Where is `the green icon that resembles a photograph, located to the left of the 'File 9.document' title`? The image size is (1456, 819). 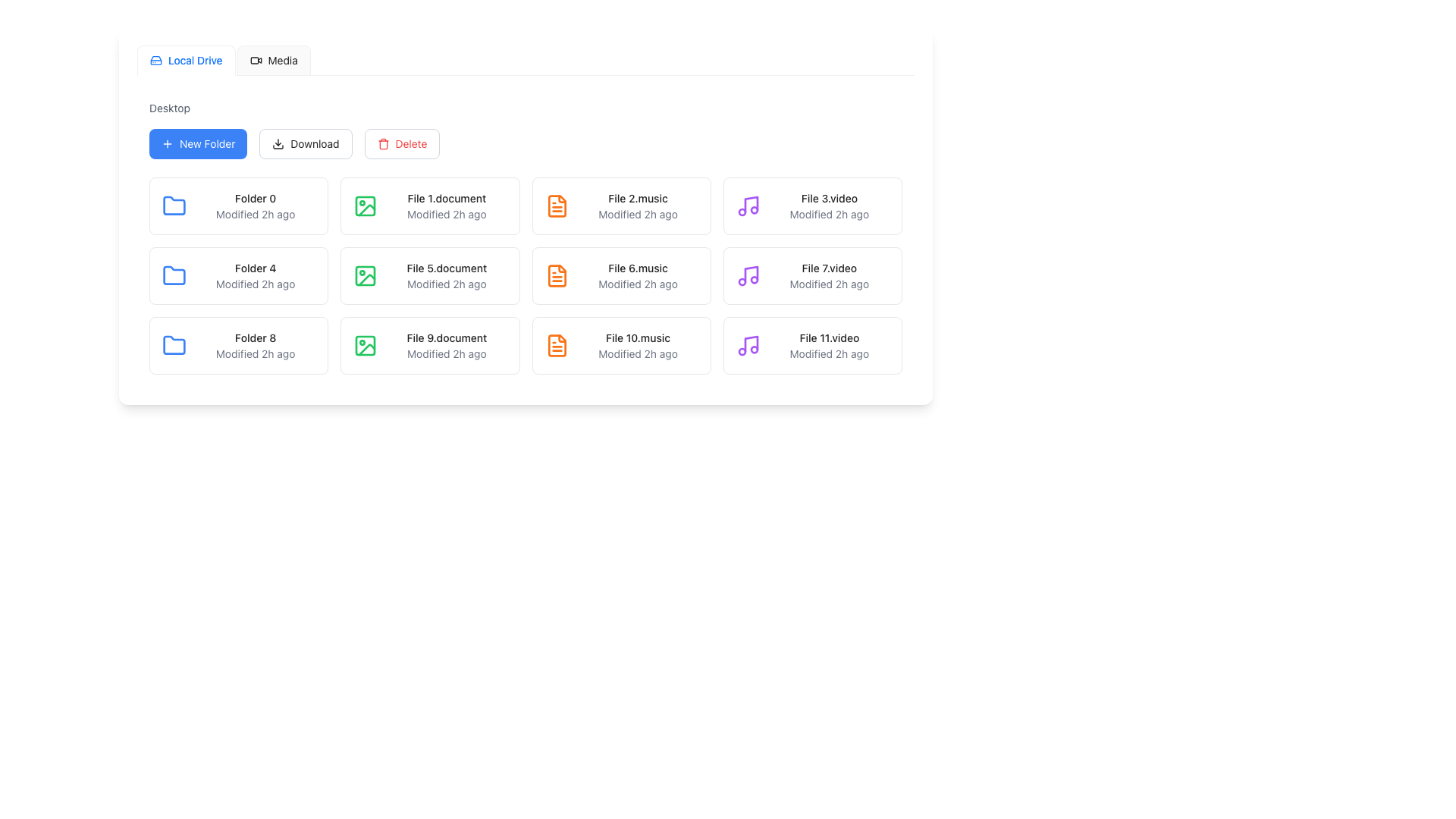
the green icon that resembles a photograph, located to the left of the 'File 9.document' title is located at coordinates (366, 345).